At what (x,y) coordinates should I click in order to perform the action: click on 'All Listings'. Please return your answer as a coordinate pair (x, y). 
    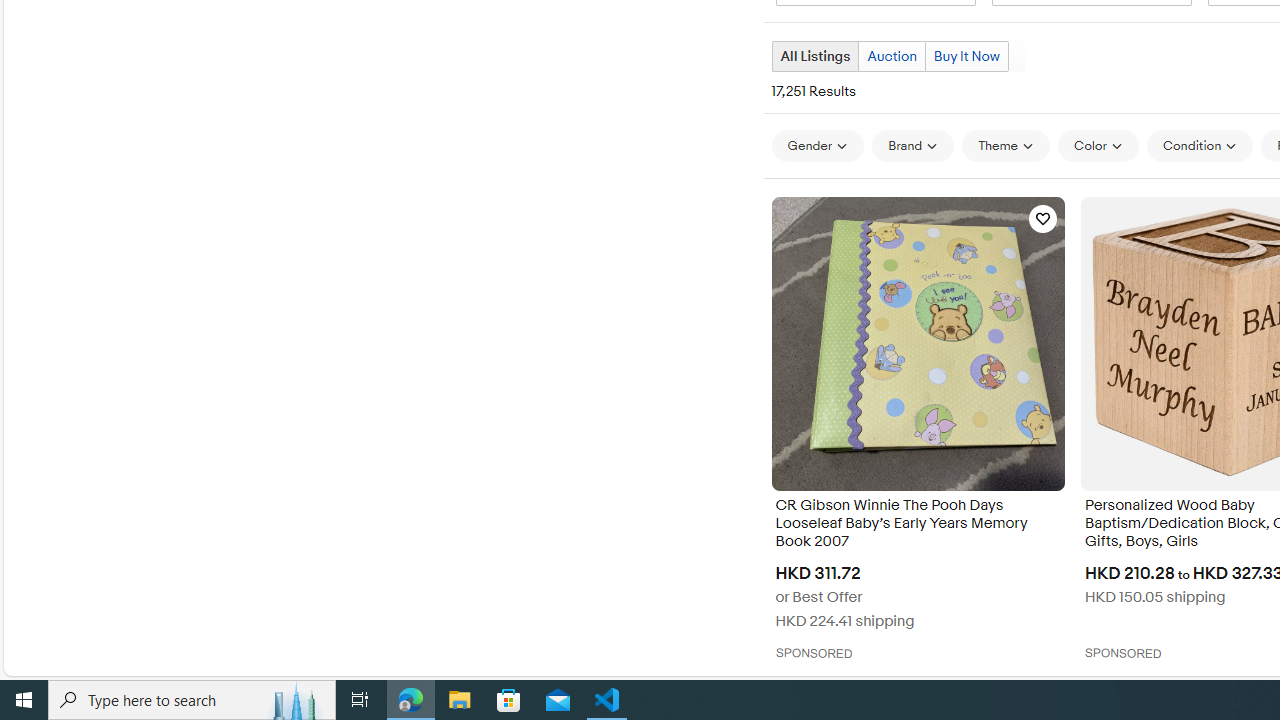
    Looking at the image, I should click on (814, 55).